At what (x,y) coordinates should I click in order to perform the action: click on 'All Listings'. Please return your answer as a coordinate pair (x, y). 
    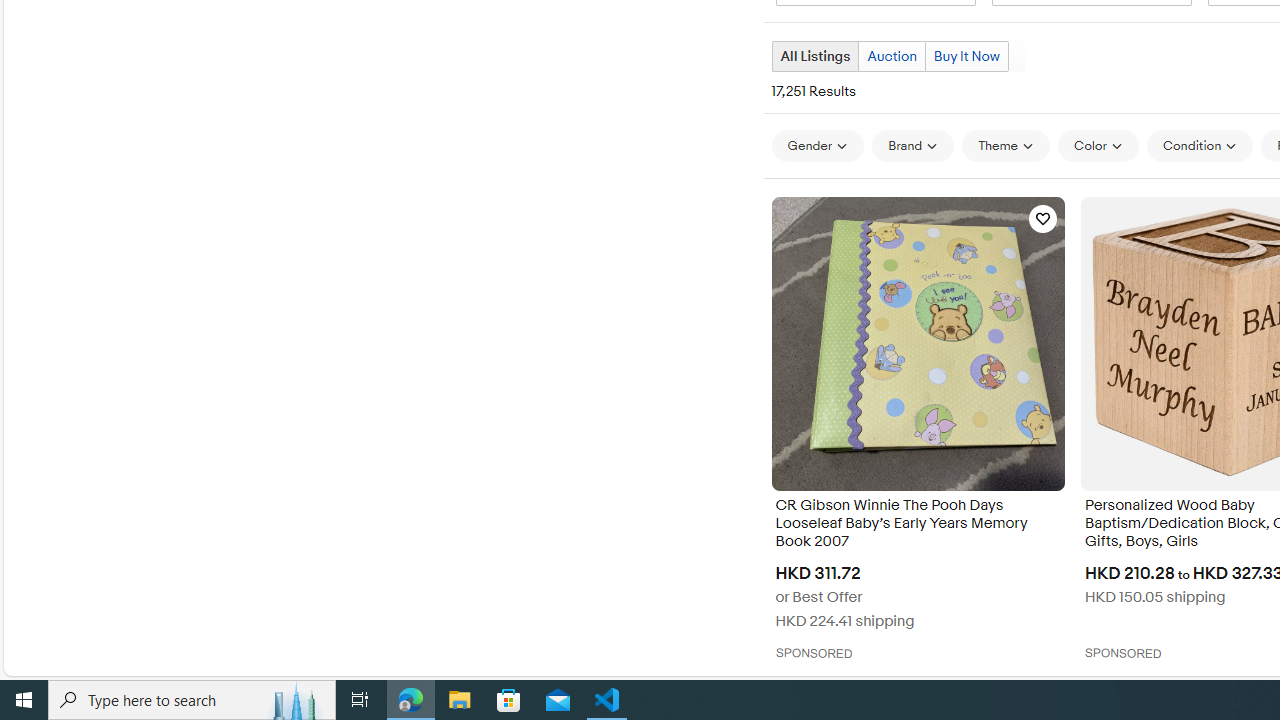
    Looking at the image, I should click on (814, 55).